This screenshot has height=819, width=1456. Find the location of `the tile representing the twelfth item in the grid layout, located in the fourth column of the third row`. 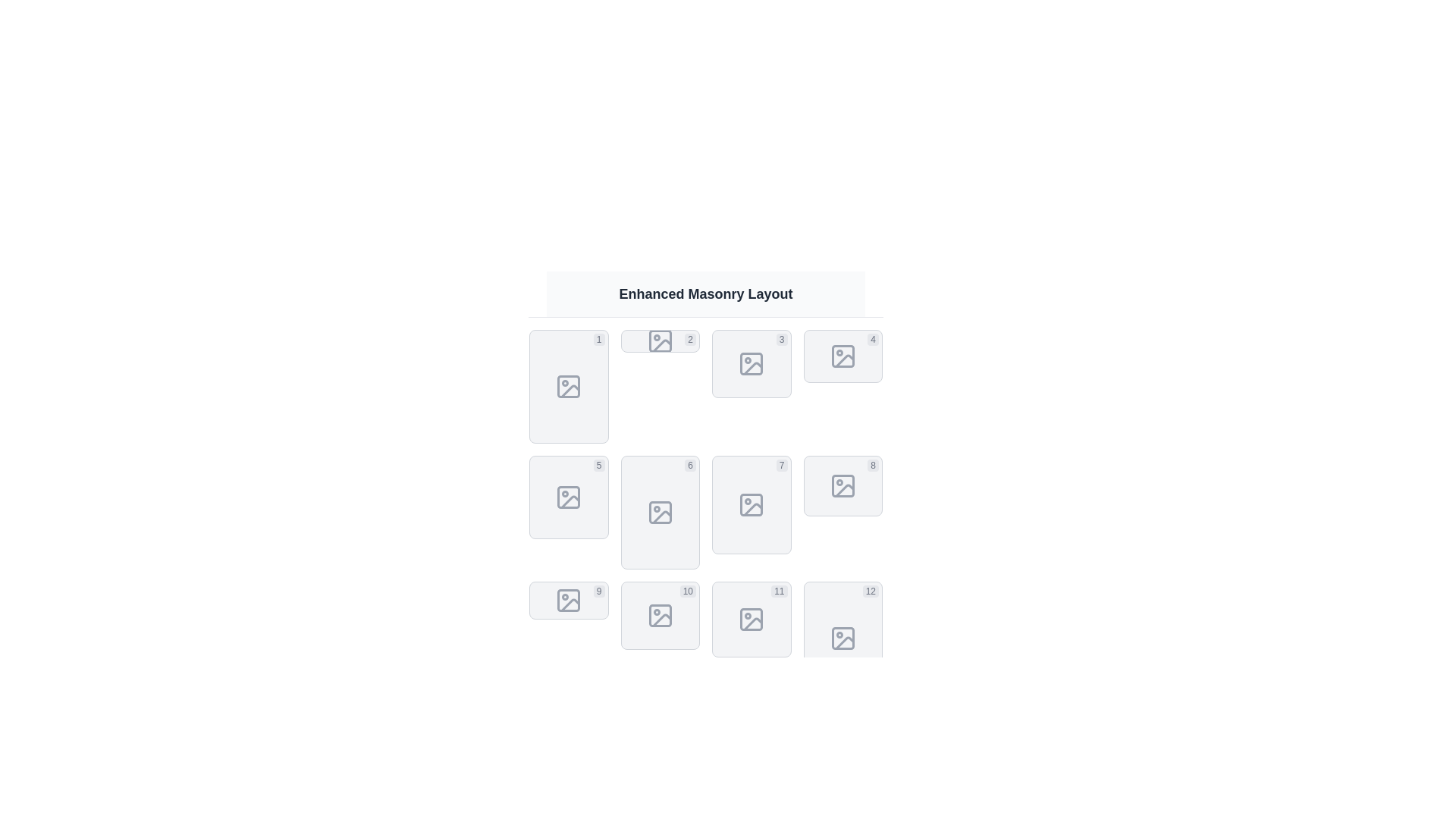

the tile representing the twelfth item in the grid layout, located in the fourth column of the third row is located at coordinates (842, 638).